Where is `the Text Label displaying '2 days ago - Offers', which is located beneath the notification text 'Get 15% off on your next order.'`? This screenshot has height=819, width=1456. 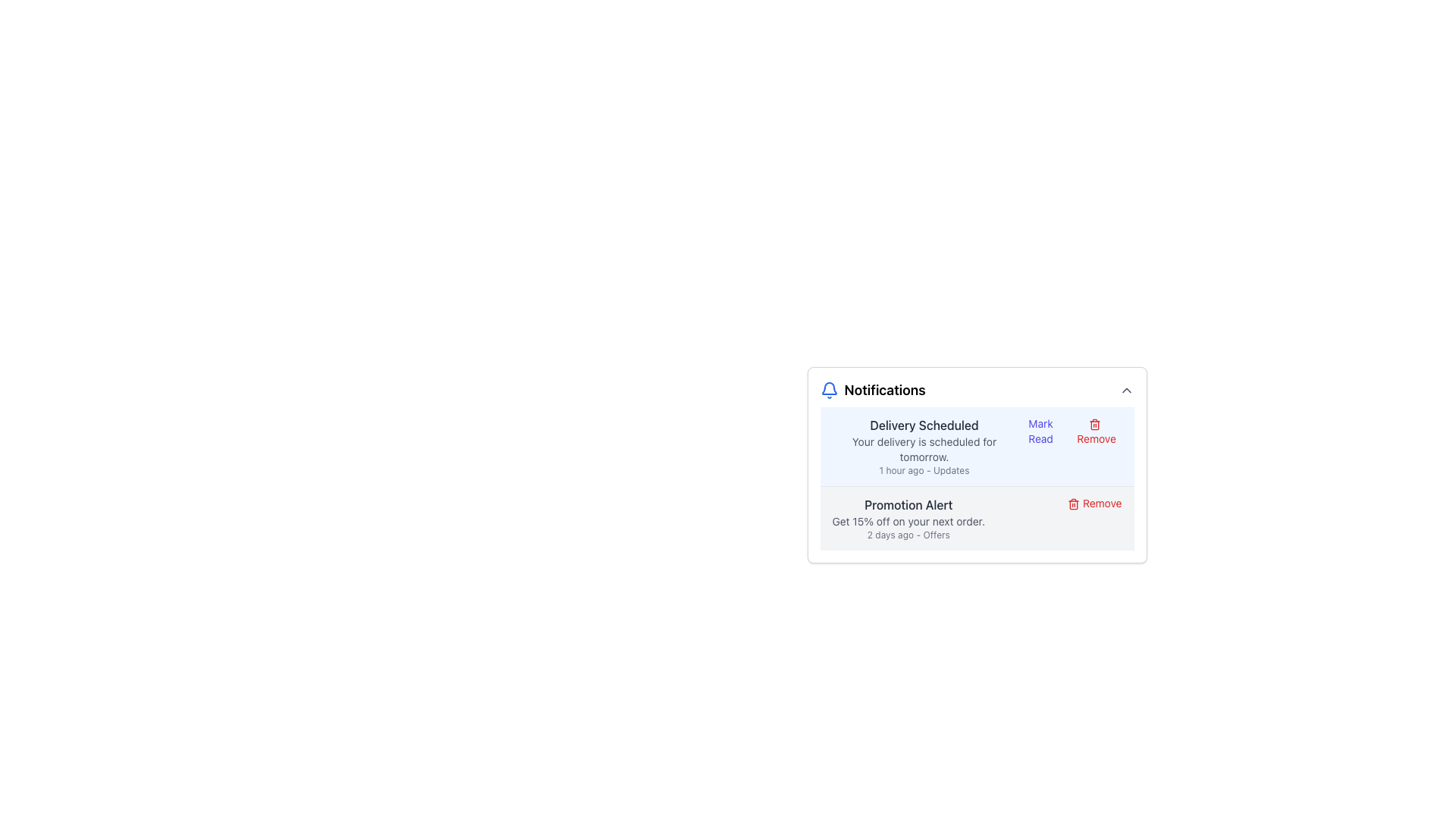
the Text Label displaying '2 days ago - Offers', which is located beneath the notification text 'Get 15% off on your next order.' is located at coordinates (908, 534).